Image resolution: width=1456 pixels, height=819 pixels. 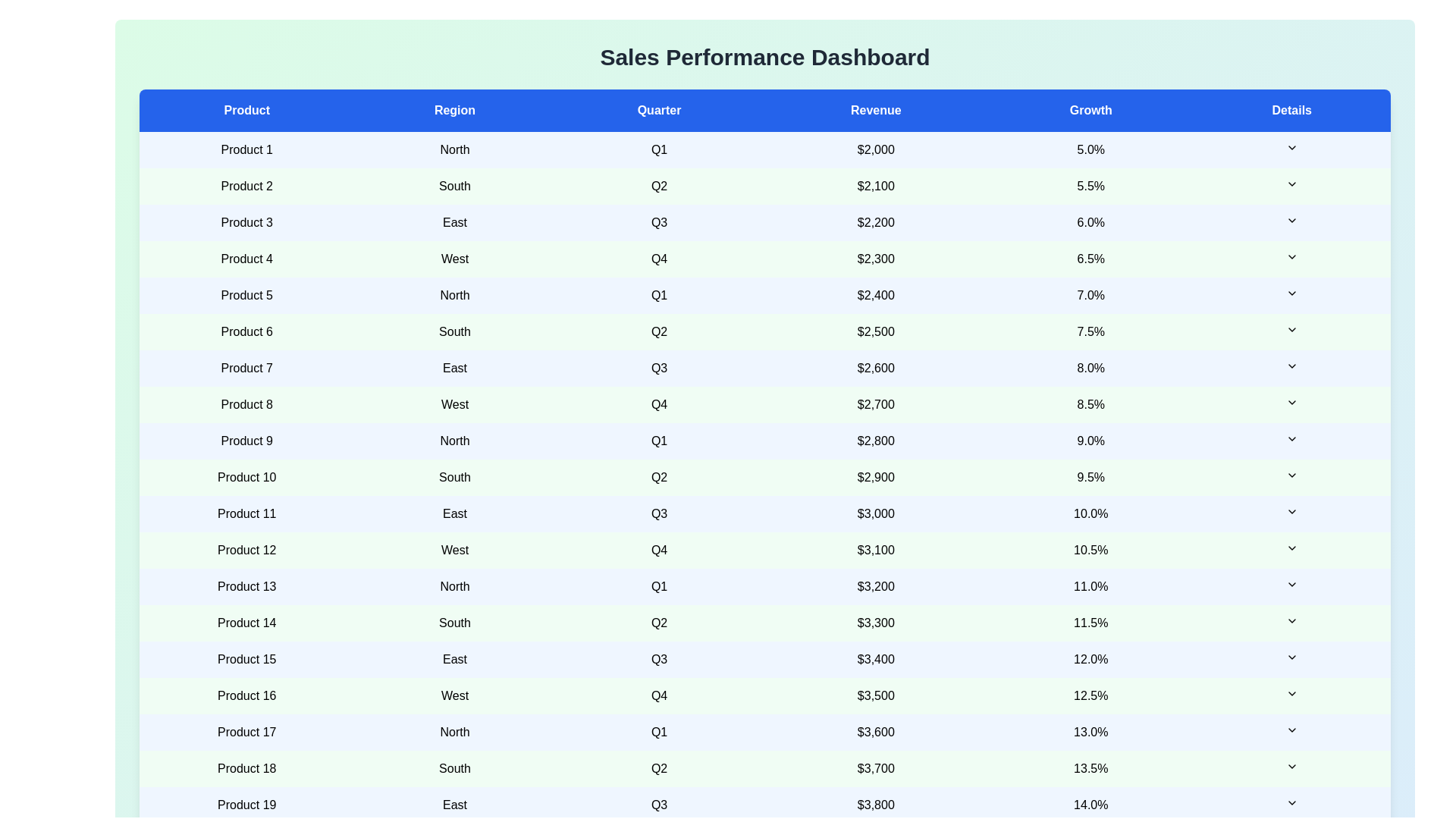 What do you see at coordinates (659, 110) in the screenshot?
I see `the column header Quarter to sort the table by that column` at bounding box center [659, 110].